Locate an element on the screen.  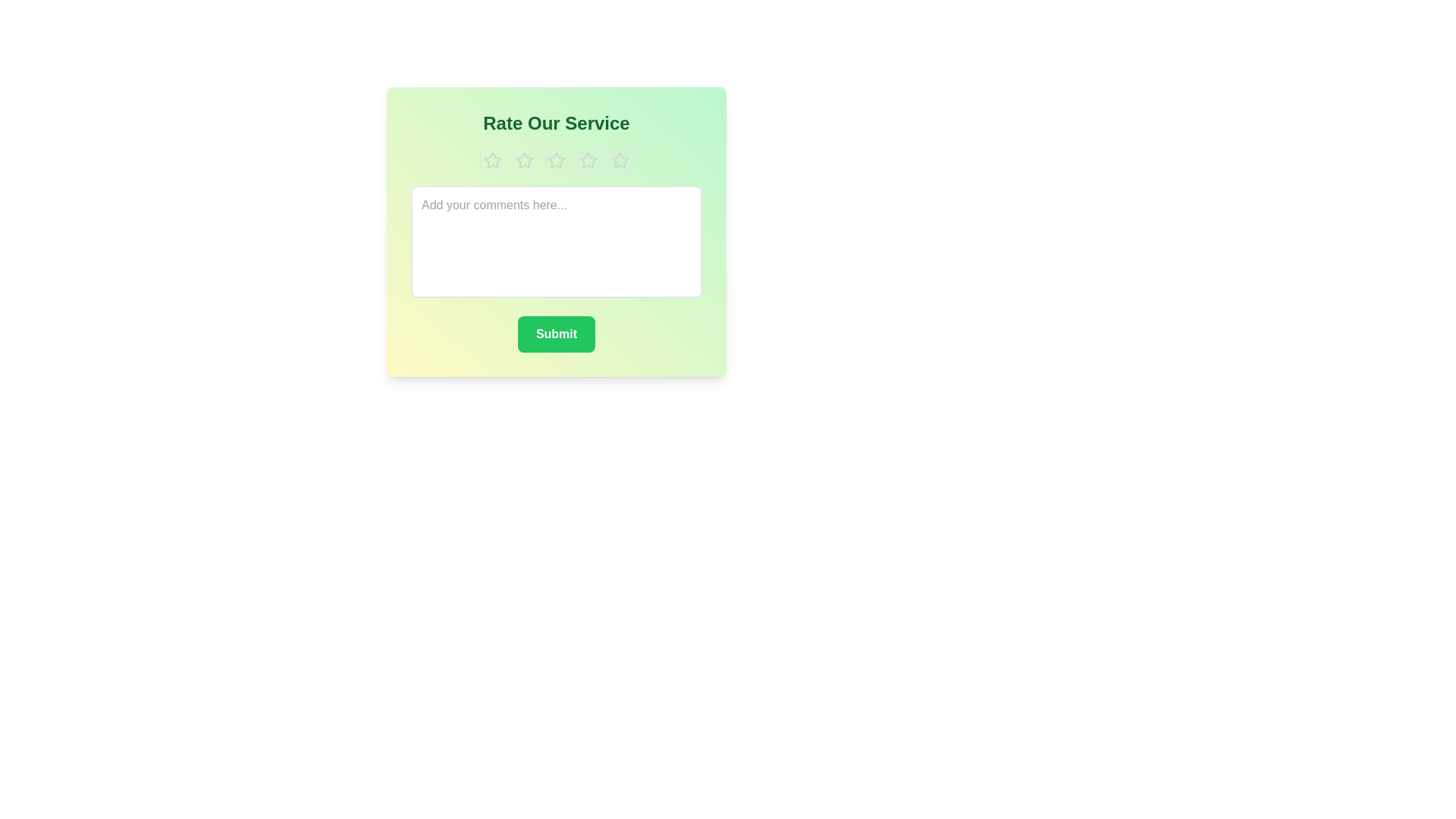
the star representing the rating 5 is located at coordinates (620, 161).